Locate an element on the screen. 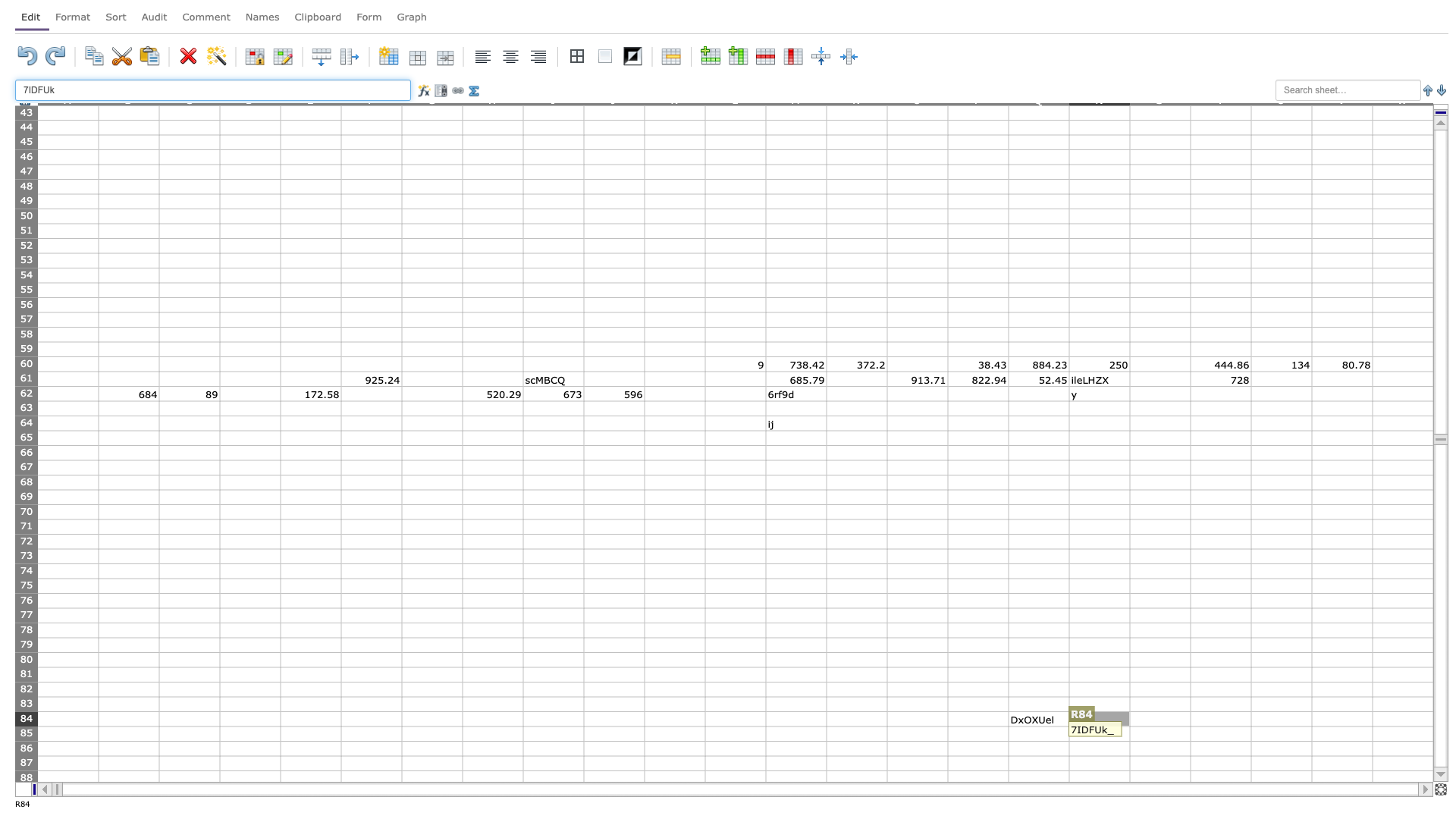  Left side boundary of S85 is located at coordinates (1129, 733).